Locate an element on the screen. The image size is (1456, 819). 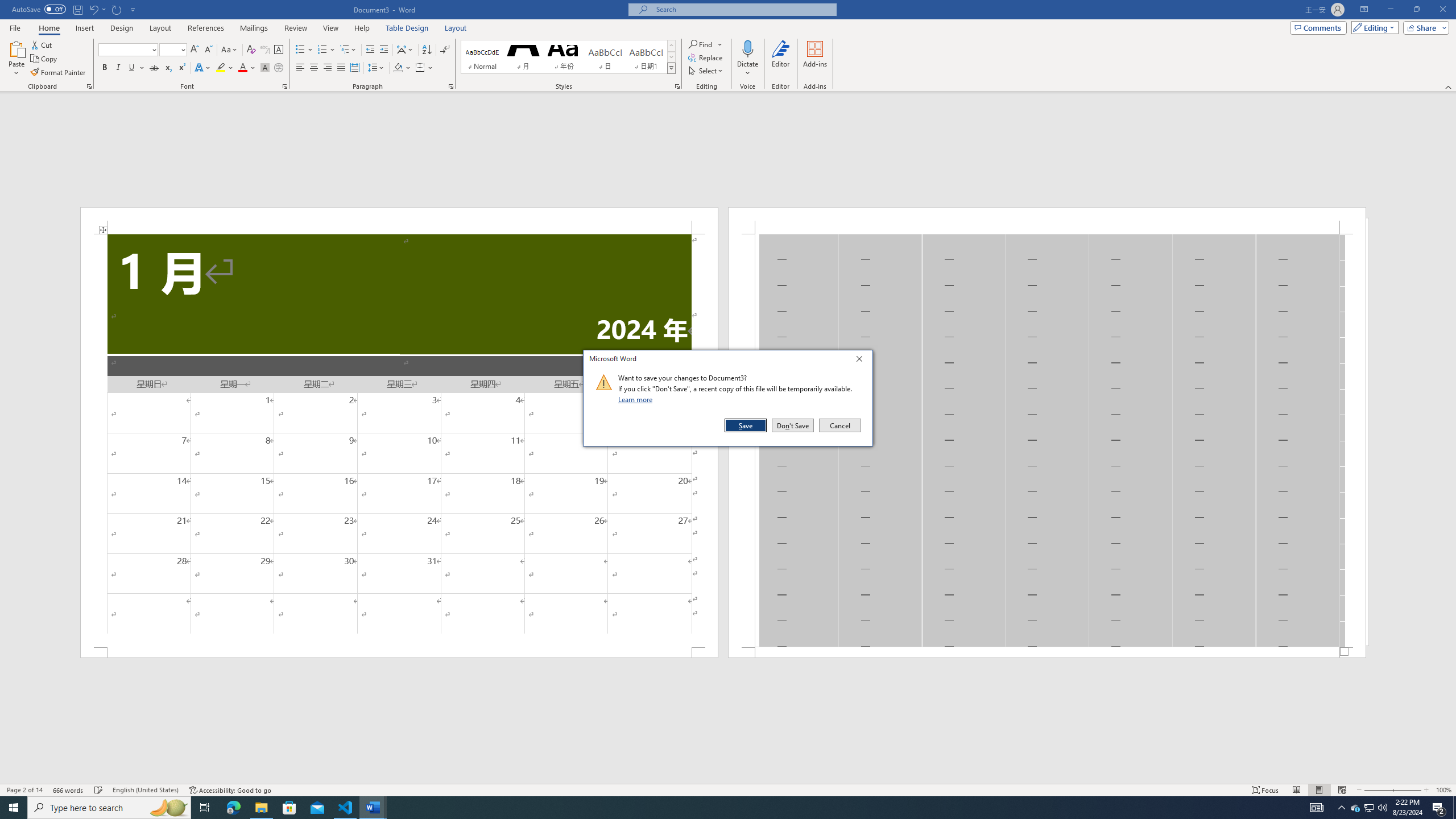
'Shading RGB(0, 0, 0)' is located at coordinates (398, 67).